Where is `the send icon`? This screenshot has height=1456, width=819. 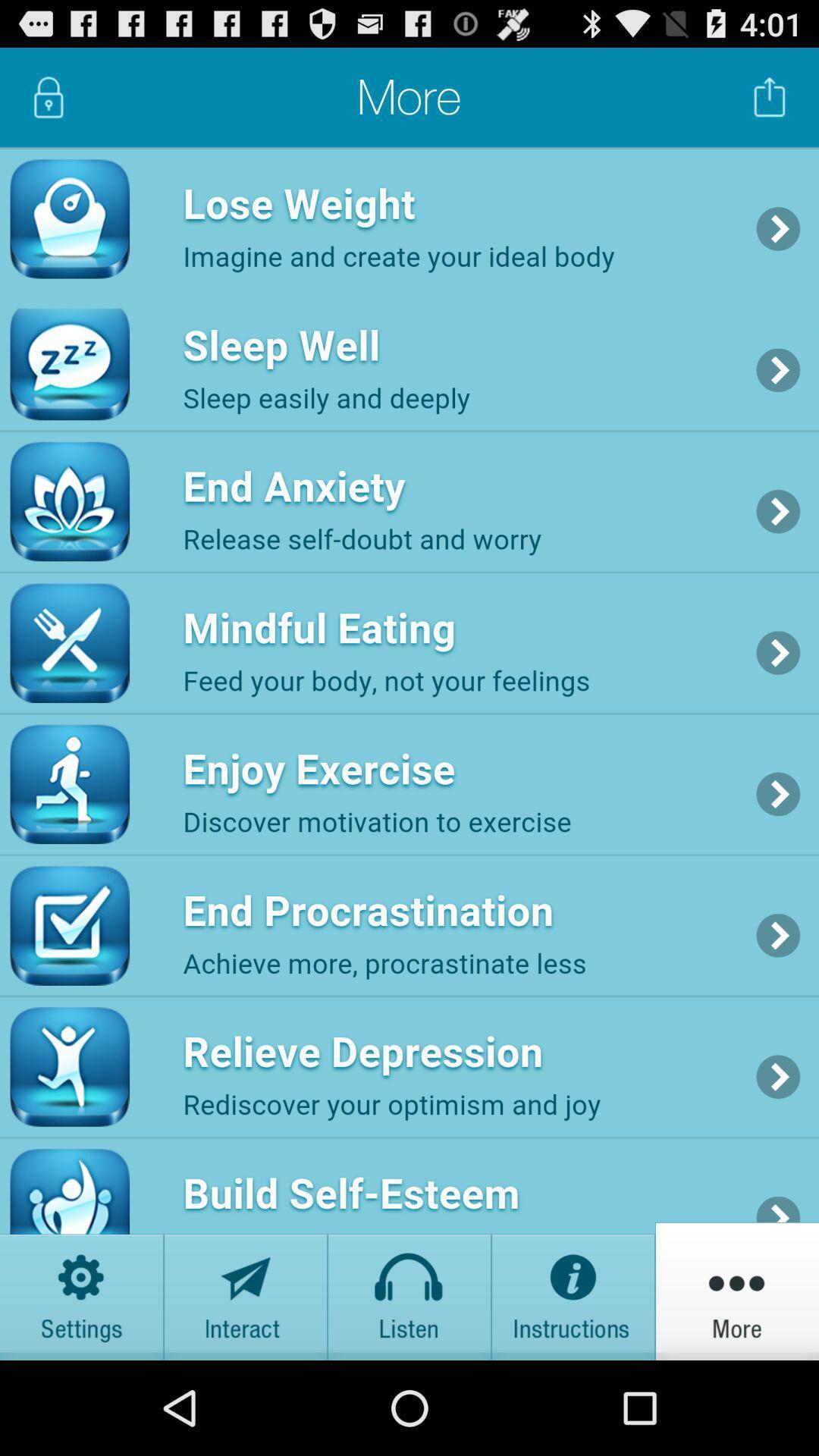 the send icon is located at coordinates (245, 1381).